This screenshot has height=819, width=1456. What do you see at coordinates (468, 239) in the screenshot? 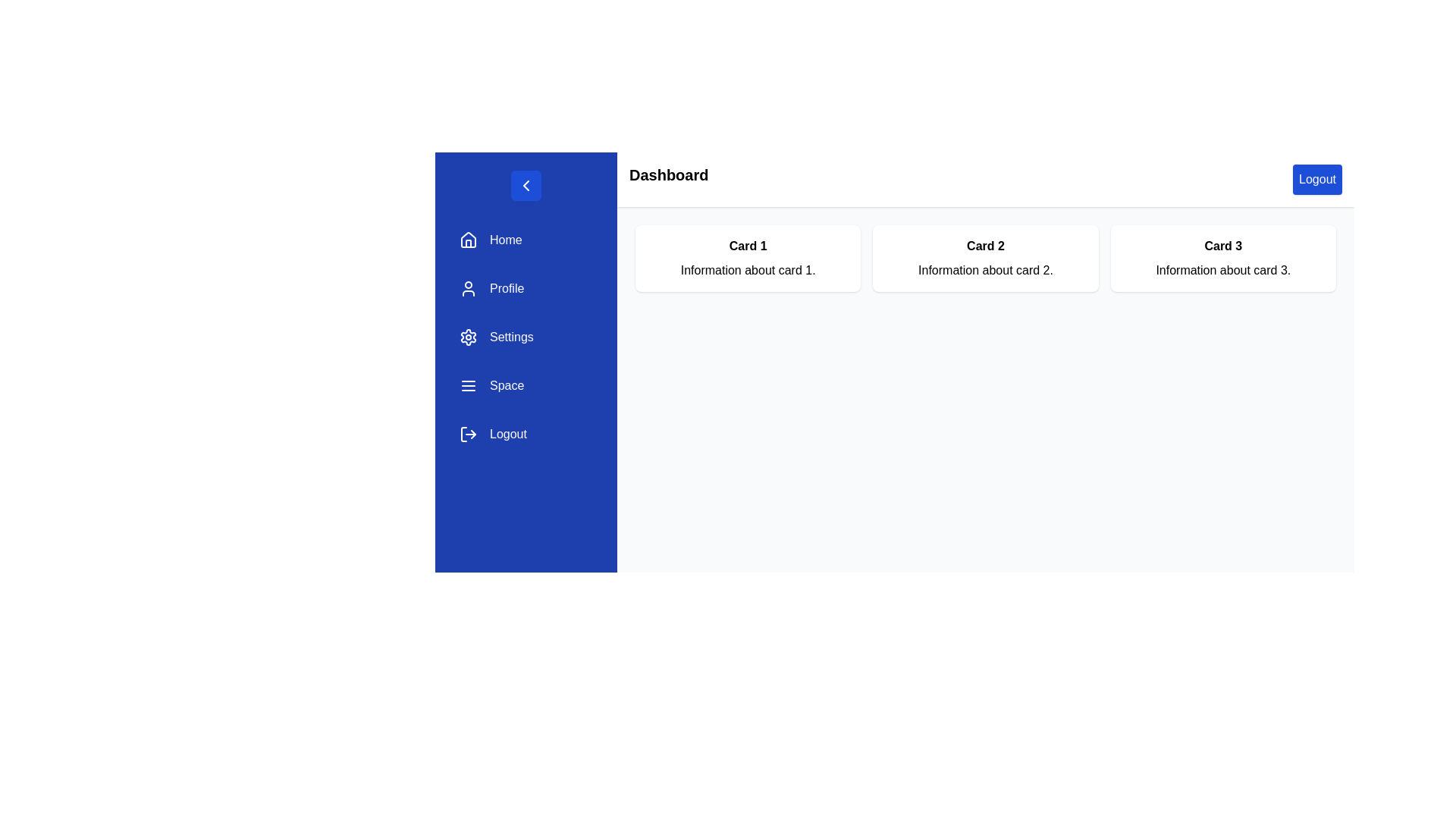
I see `the 'Home' icon, which is a simple geometric design resembling a house, located in the left vertical navigation bar` at bounding box center [468, 239].